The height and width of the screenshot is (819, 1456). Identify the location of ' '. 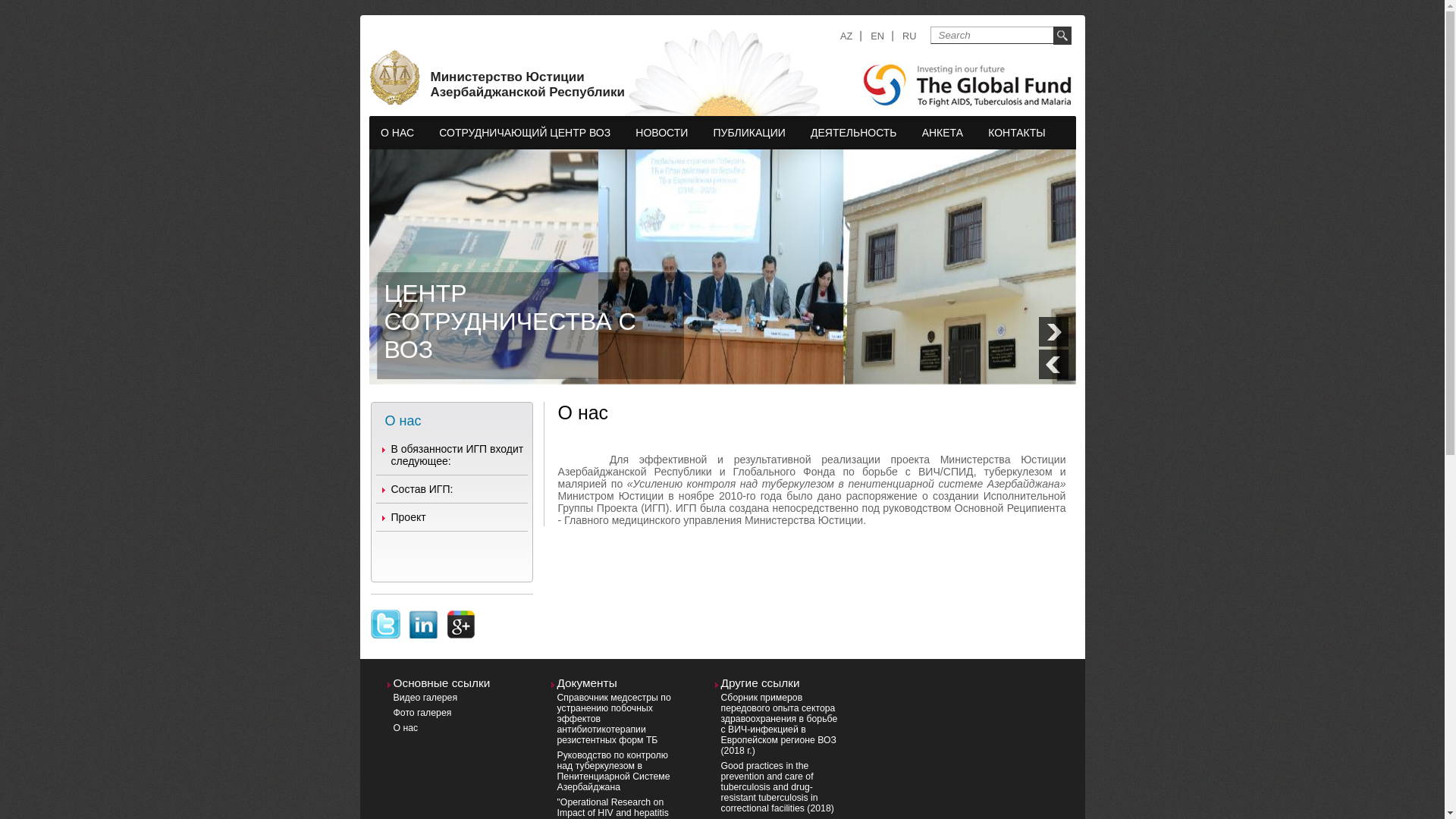
(422, 615).